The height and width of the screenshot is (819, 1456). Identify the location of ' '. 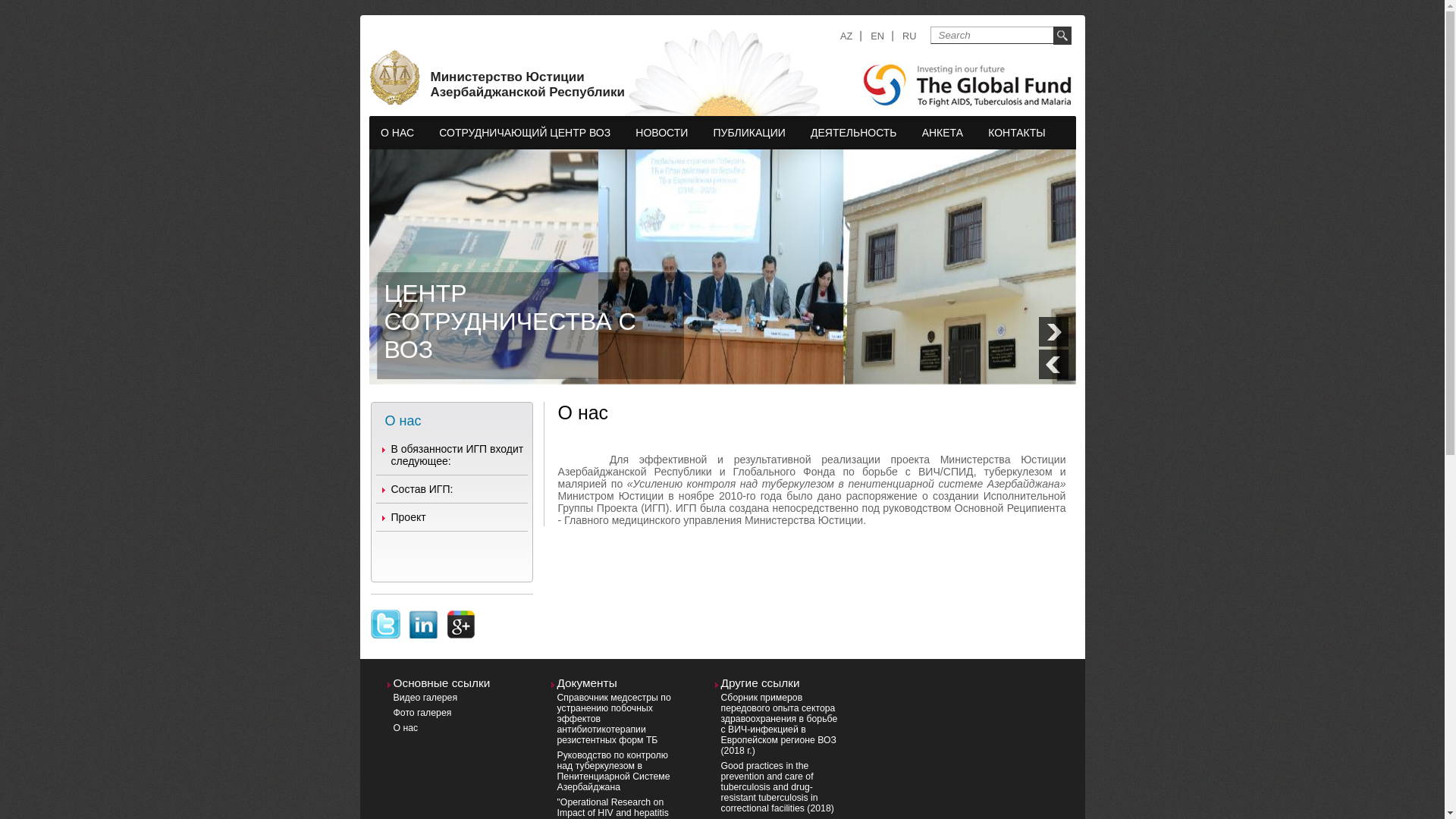
(422, 615).